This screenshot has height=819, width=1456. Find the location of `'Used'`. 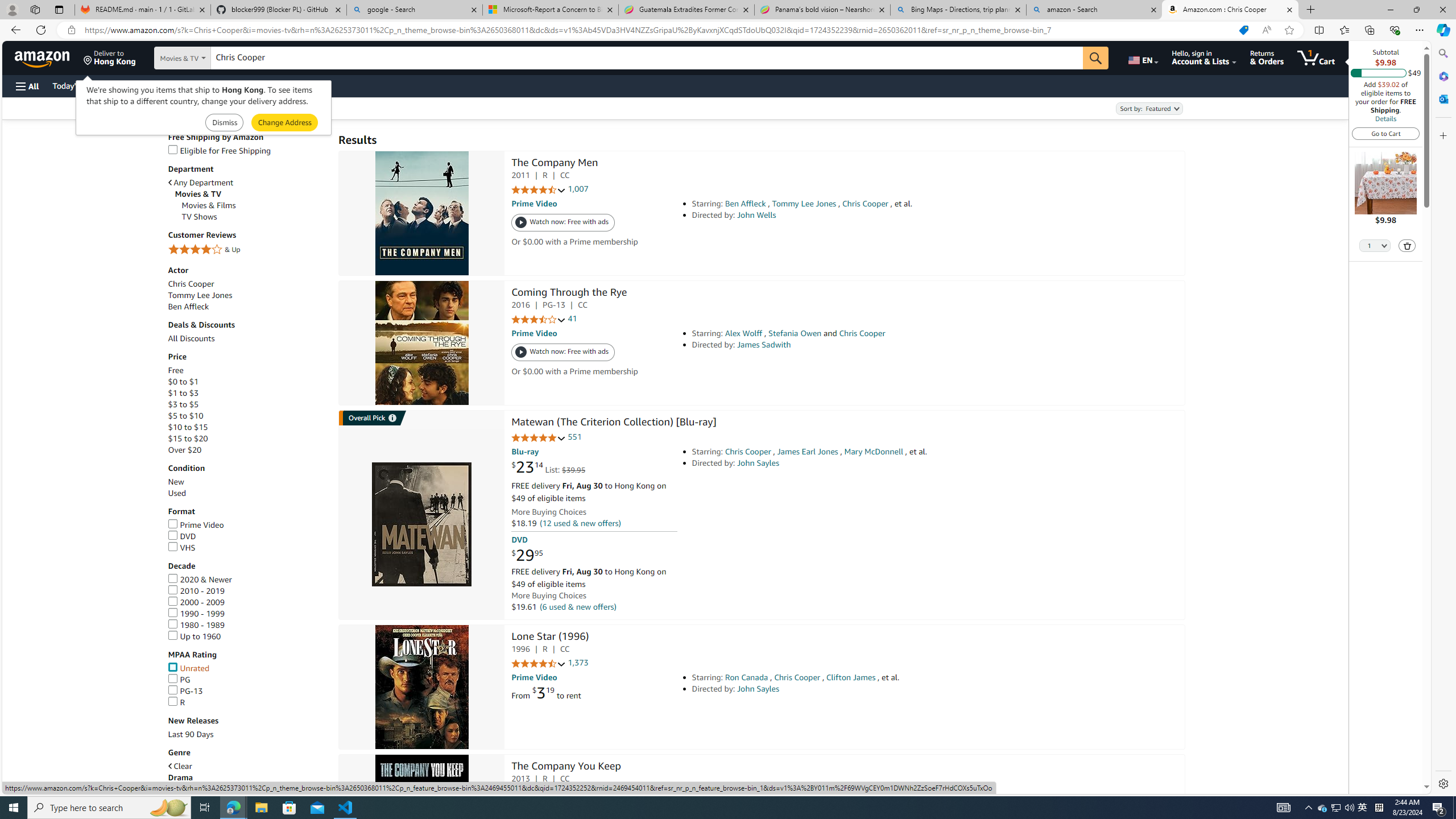

'Used' is located at coordinates (247, 493).